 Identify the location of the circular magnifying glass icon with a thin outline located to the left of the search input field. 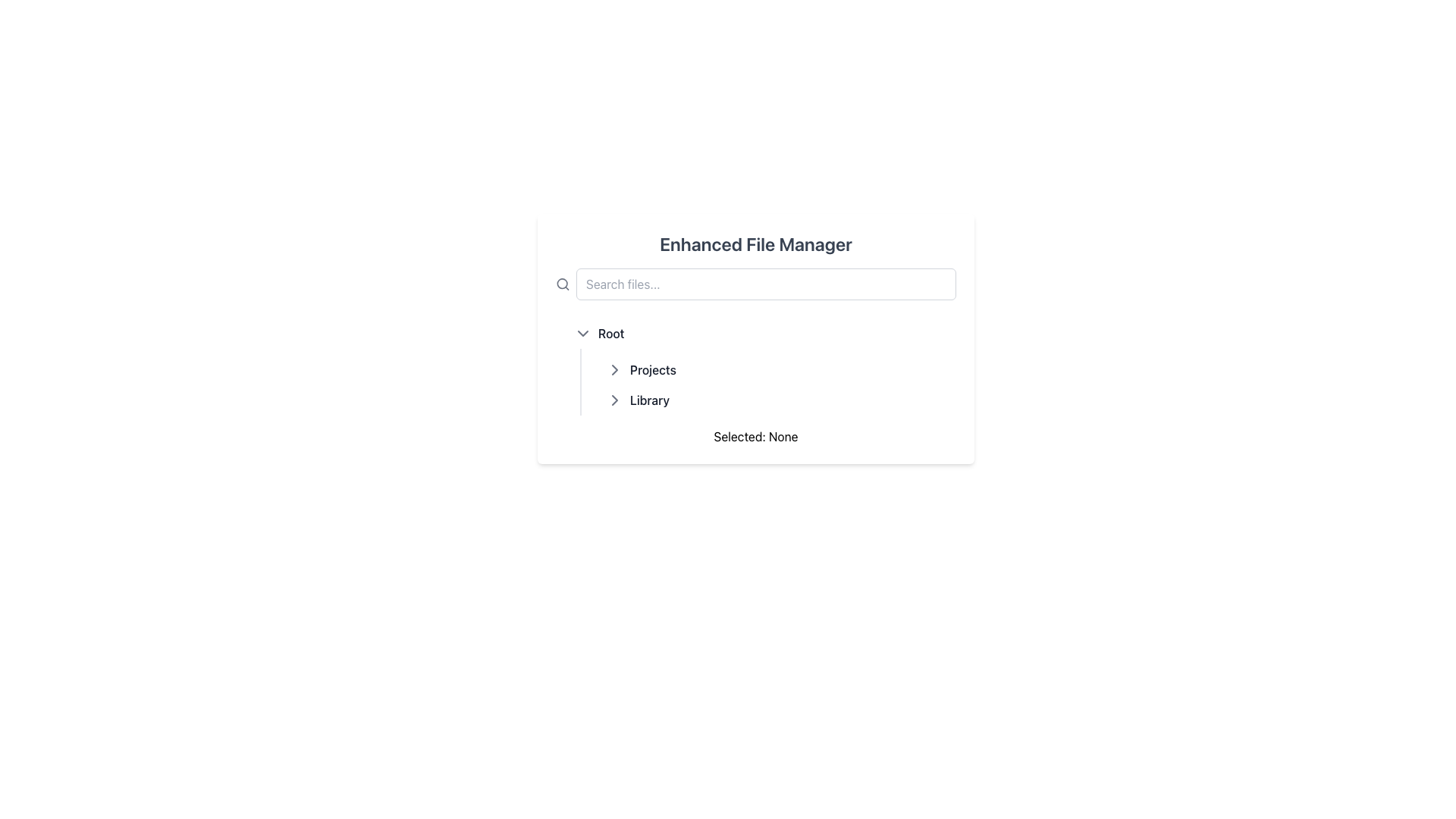
(562, 284).